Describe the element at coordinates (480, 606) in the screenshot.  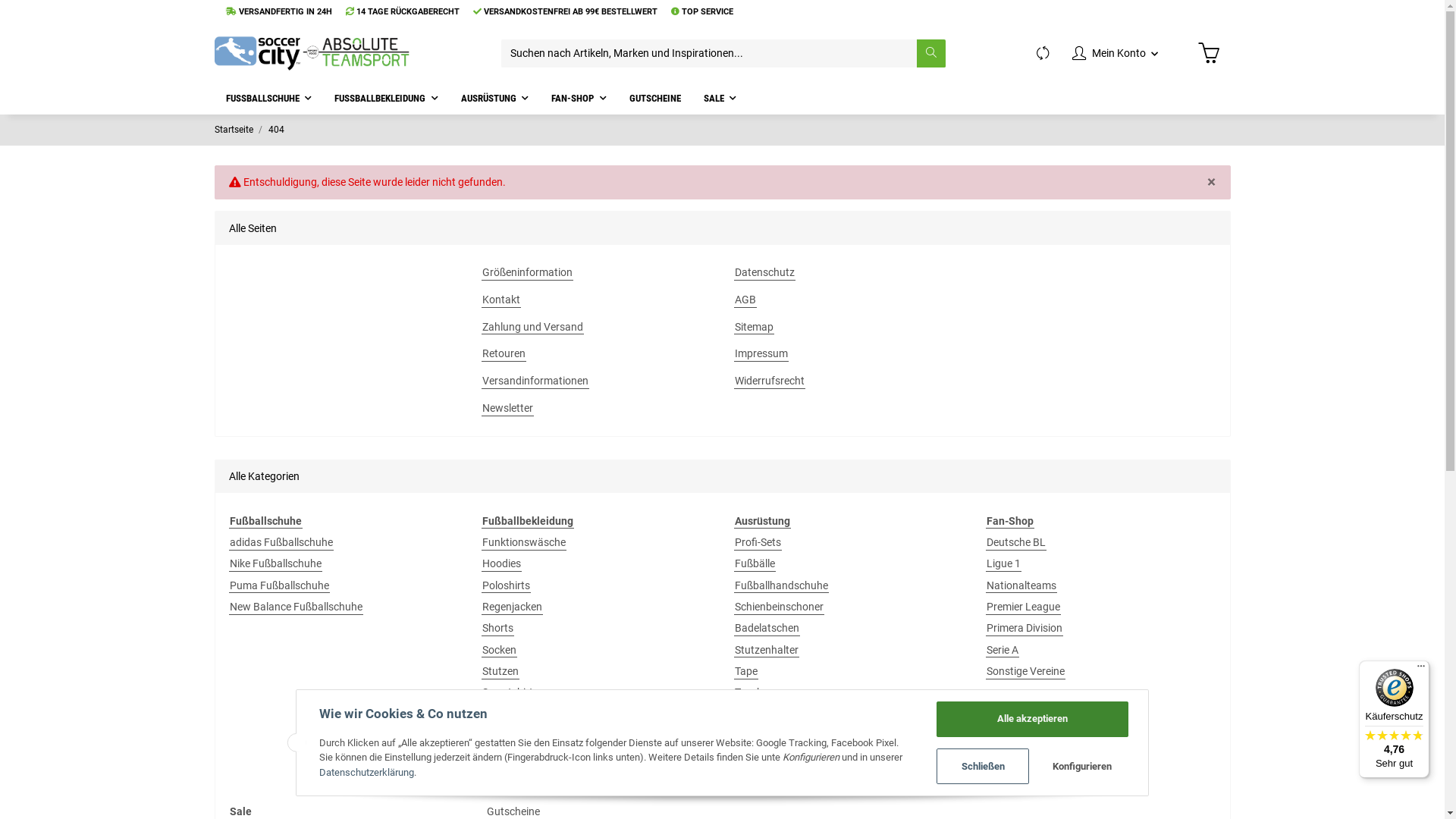
I see `'Regenjacken'` at that location.